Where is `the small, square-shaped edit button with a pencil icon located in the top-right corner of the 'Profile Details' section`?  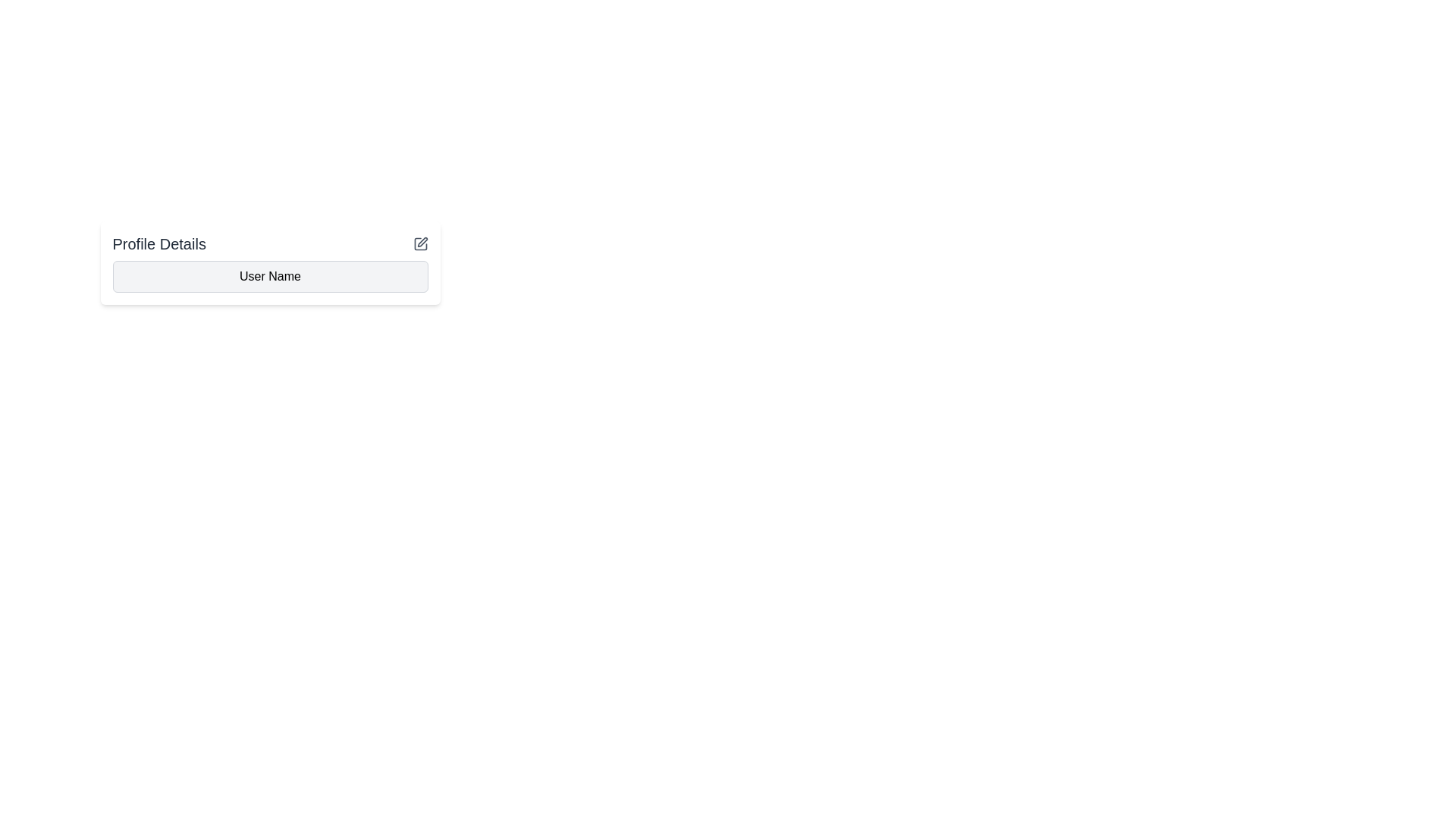
the small, square-shaped edit button with a pencil icon located in the top-right corner of the 'Profile Details' section is located at coordinates (420, 243).